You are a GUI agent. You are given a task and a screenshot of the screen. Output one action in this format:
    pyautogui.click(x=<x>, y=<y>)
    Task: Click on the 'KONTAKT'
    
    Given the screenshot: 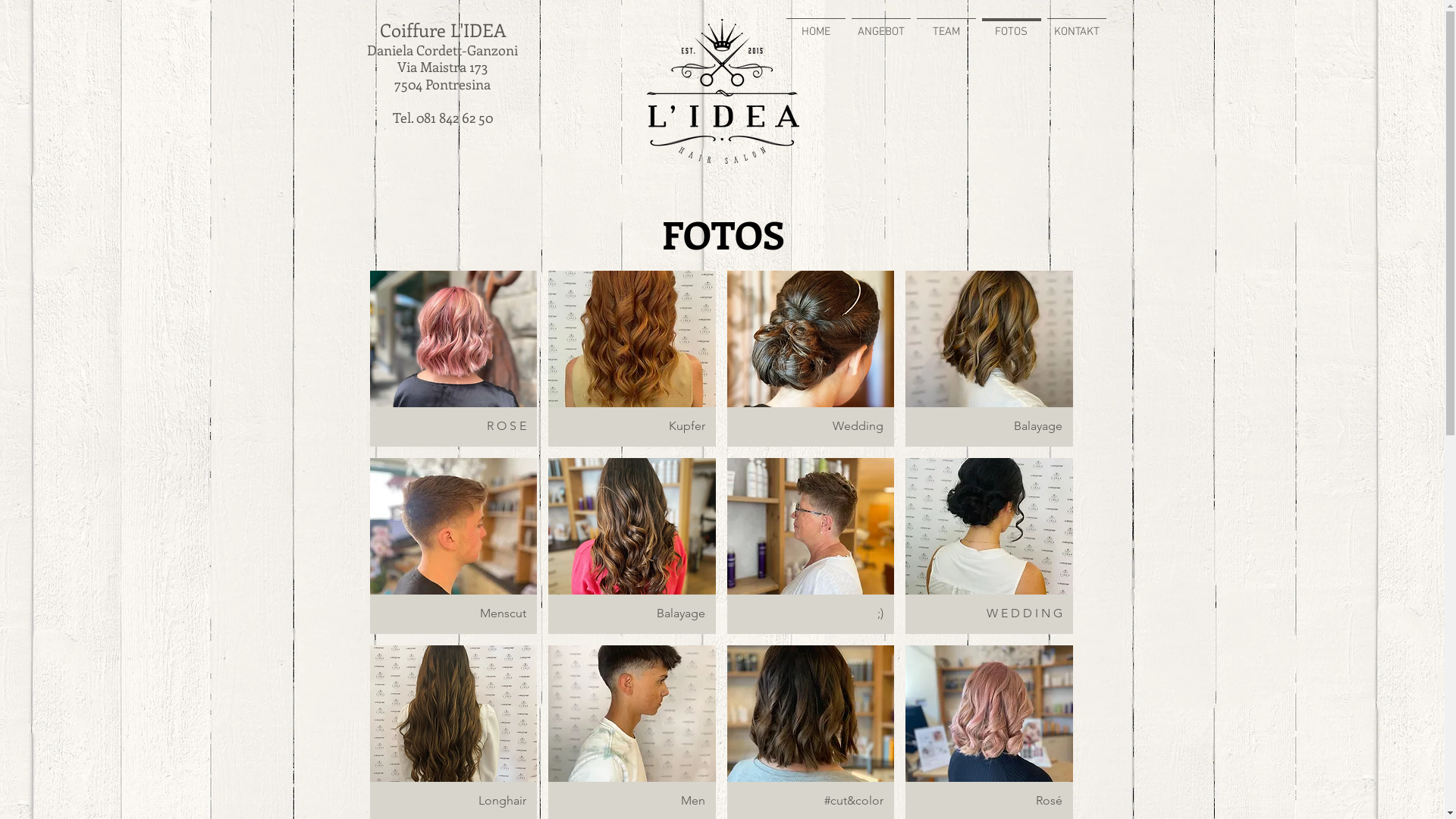 What is the action you would take?
    pyautogui.click(x=1075, y=25)
    